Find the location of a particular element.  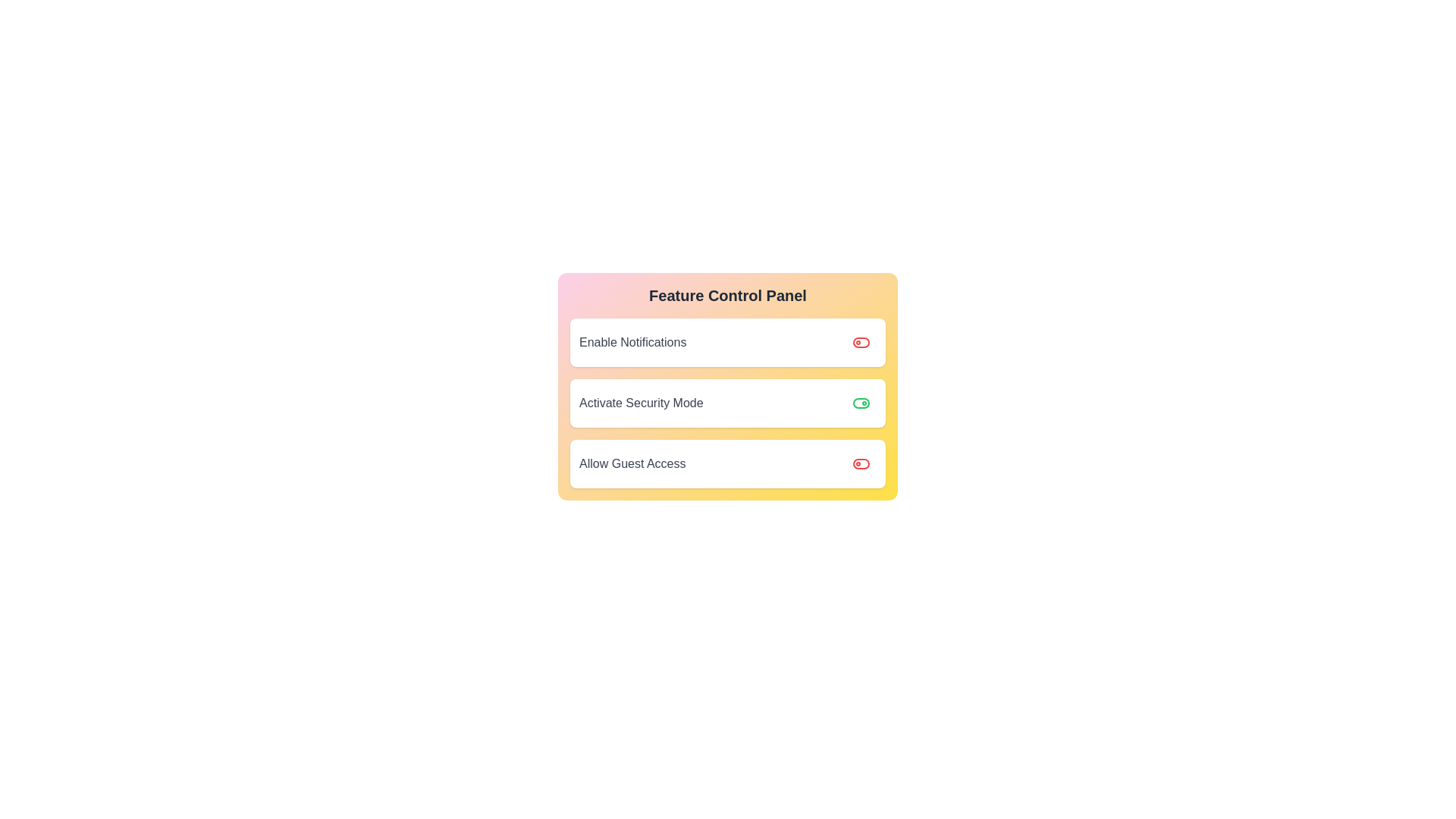

the toggle switch labeled 'Activate Security Mode' in the second row of the 'Feature Control Panel' is located at coordinates (728, 385).